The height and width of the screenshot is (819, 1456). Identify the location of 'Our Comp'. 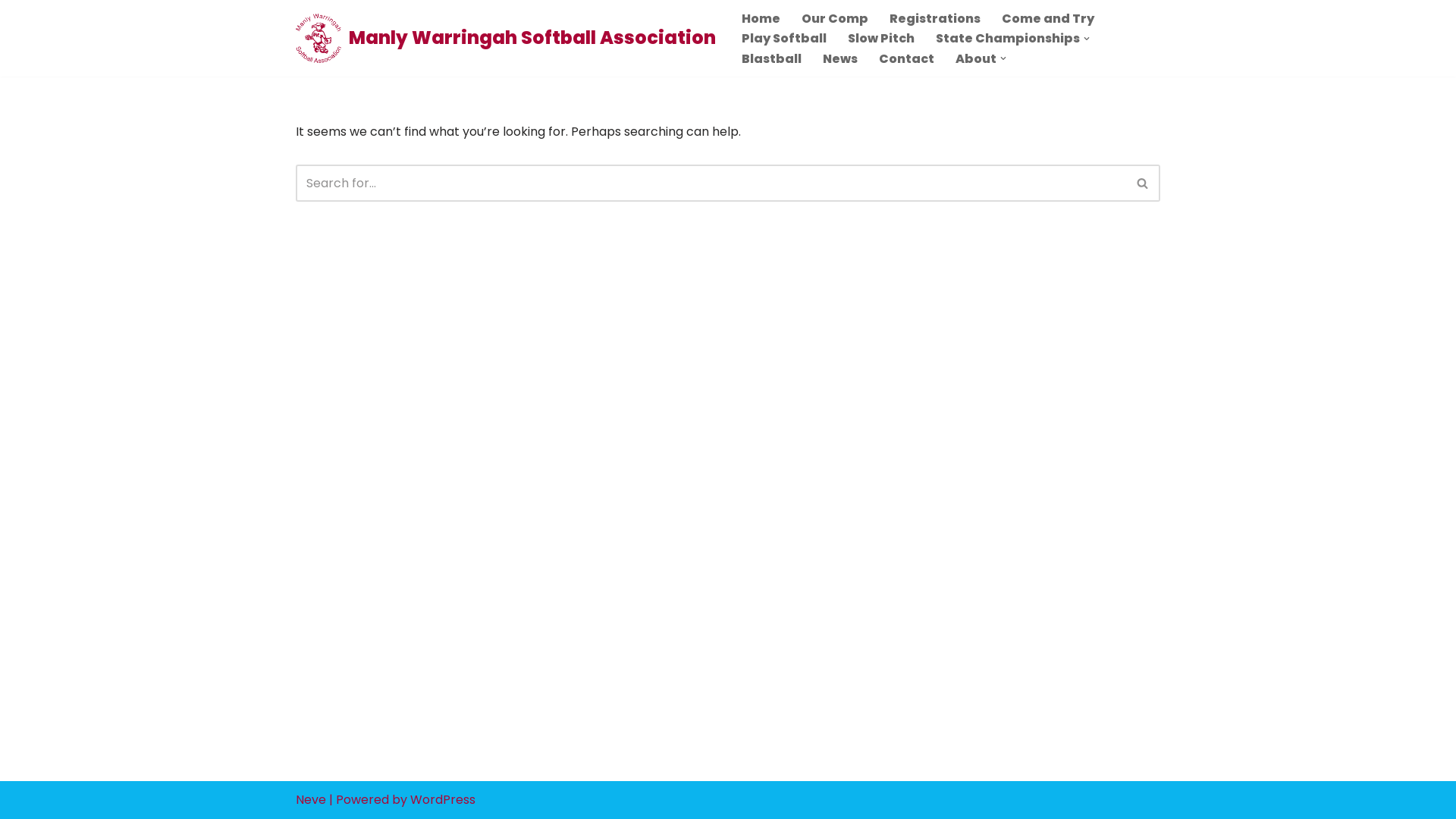
(833, 18).